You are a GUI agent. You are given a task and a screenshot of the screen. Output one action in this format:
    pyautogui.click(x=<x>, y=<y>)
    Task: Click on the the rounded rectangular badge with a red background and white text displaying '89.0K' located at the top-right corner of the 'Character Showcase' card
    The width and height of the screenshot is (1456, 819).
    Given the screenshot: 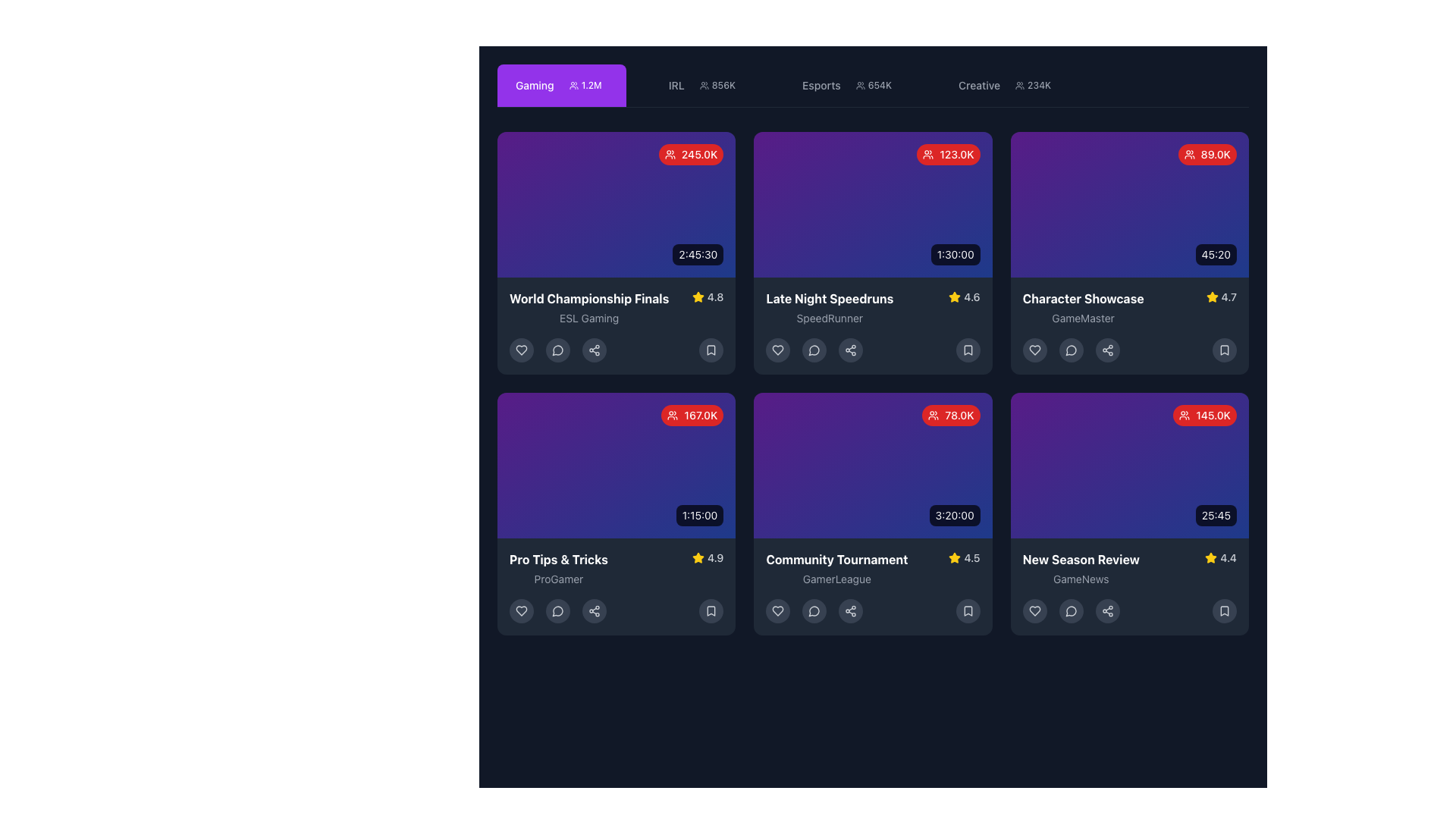 What is the action you would take?
    pyautogui.click(x=1207, y=155)
    